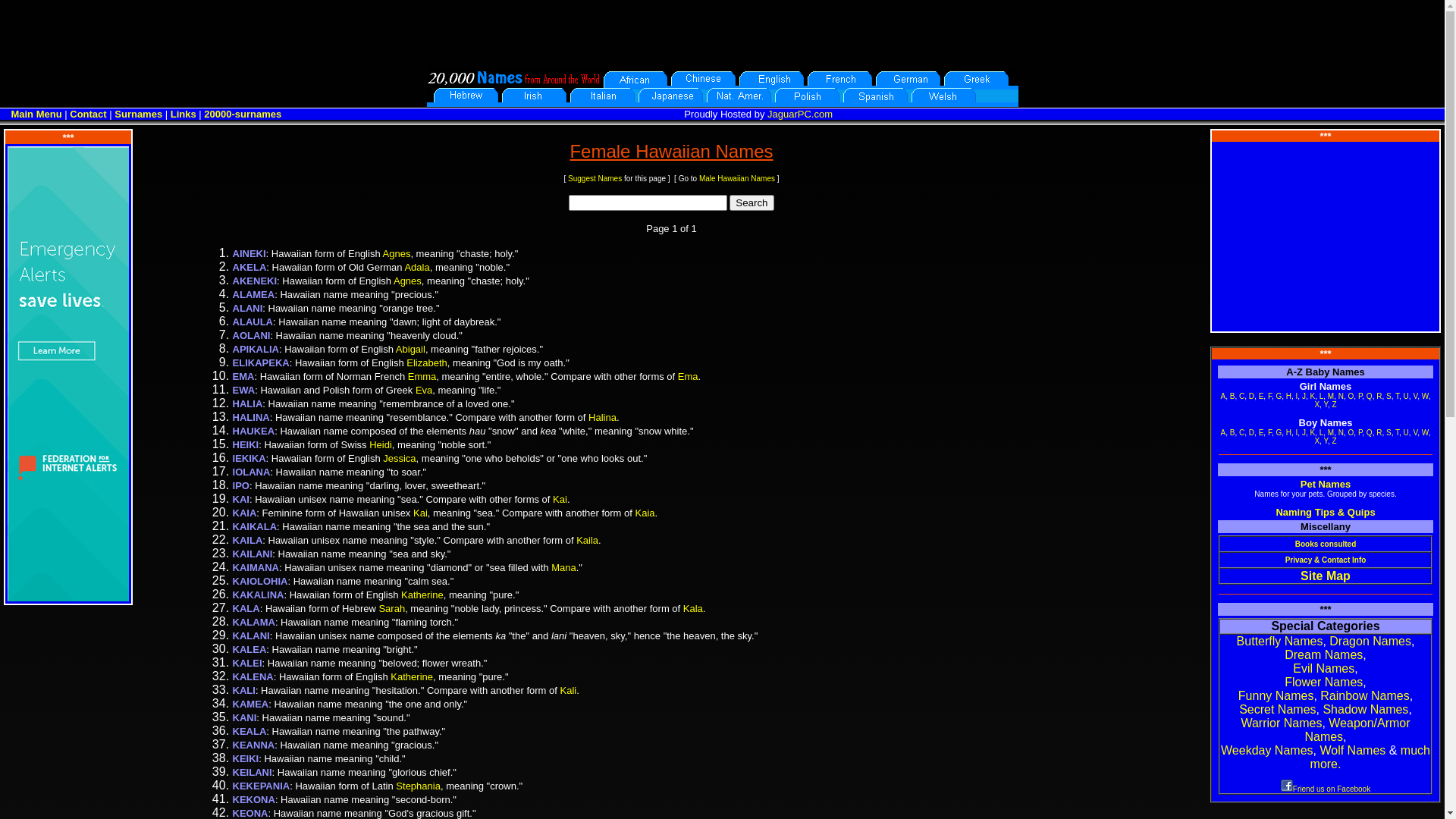 The height and width of the screenshot is (819, 1456). What do you see at coordinates (1369, 432) in the screenshot?
I see `'Q'` at bounding box center [1369, 432].